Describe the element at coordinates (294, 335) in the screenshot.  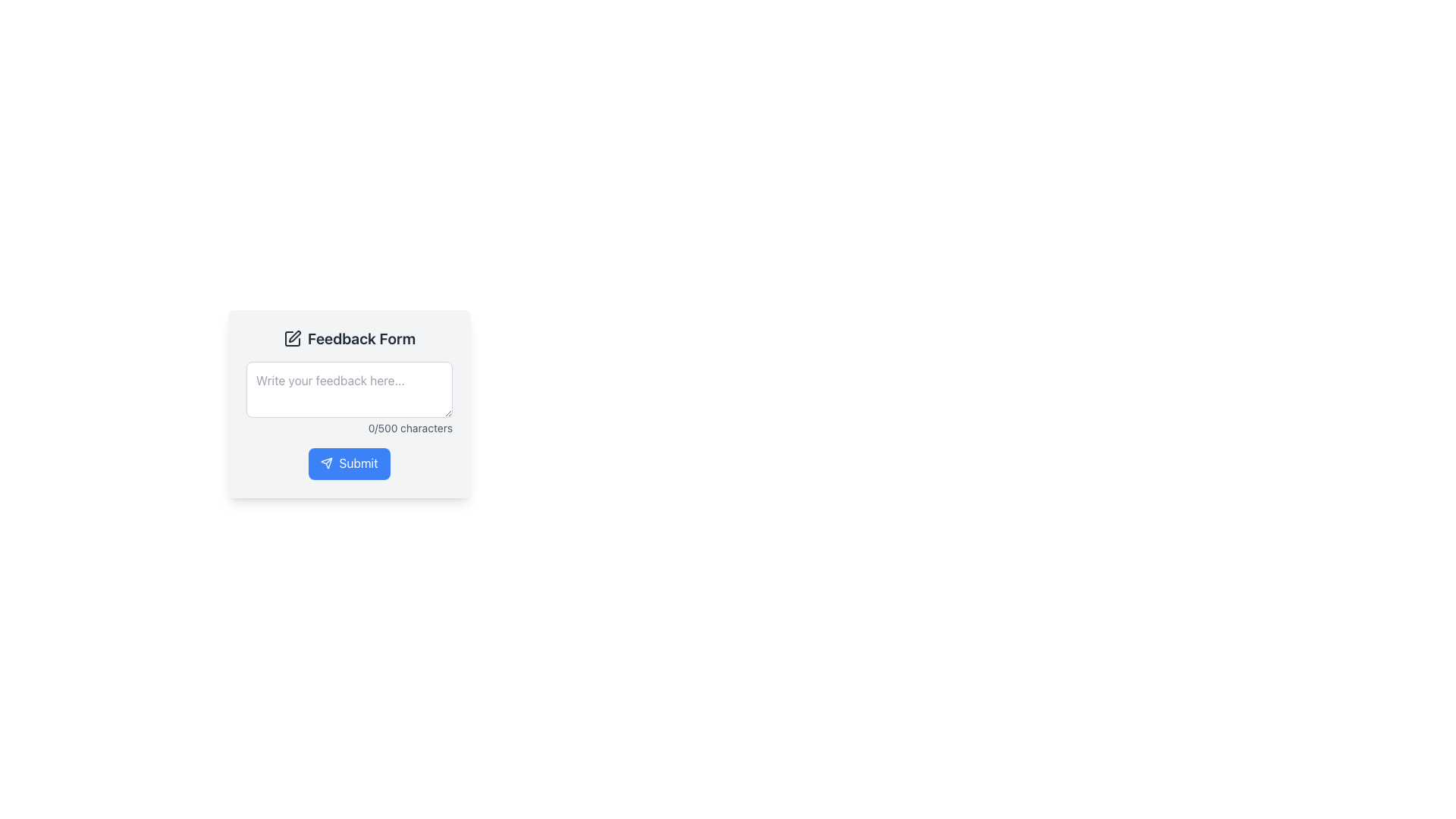
I see `the pen icon representing the edit action, which is located next to the 'Feedback Form' title in the header section of the form` at that location.